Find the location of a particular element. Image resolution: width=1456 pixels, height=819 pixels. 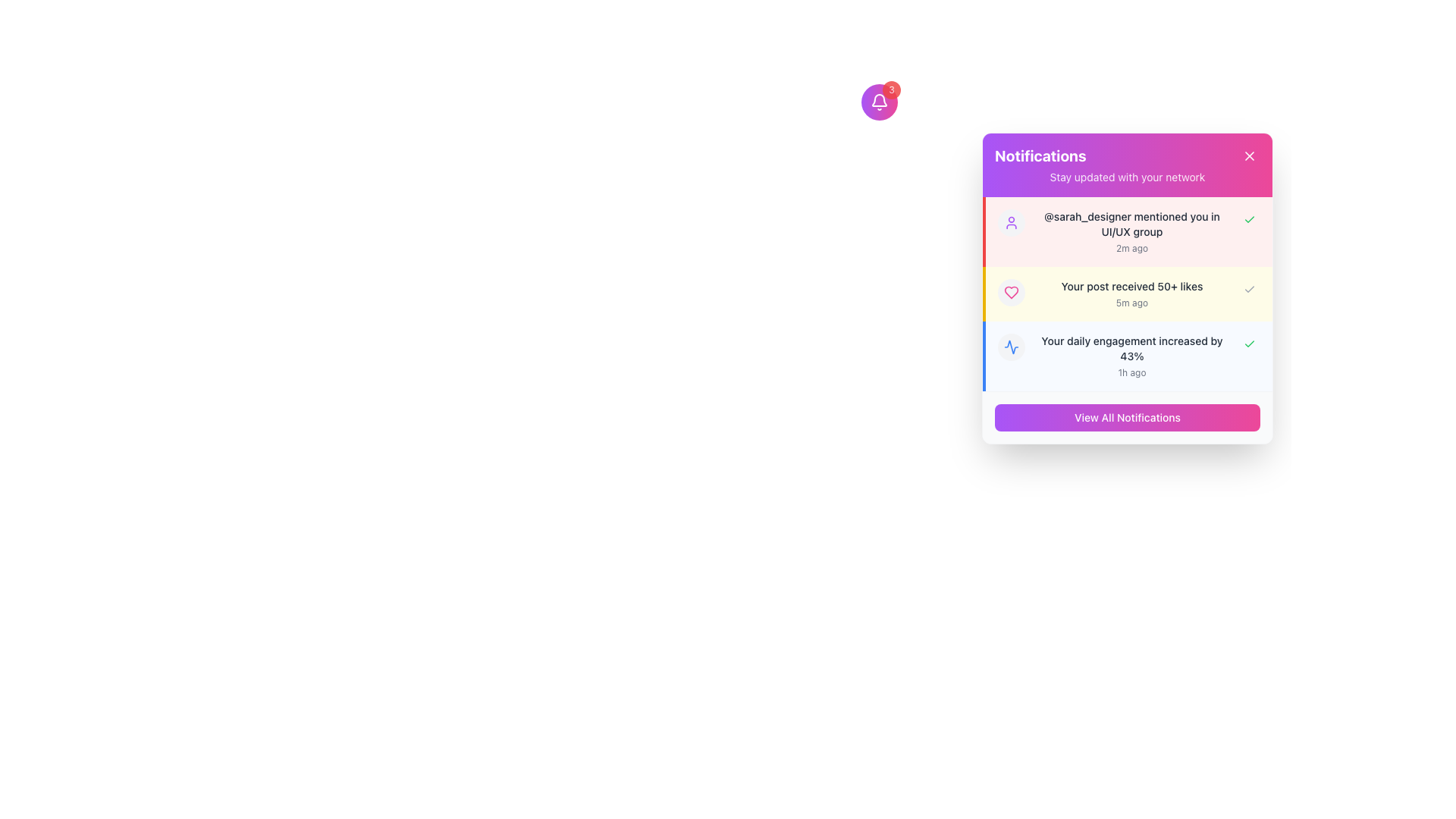

the button on the right side of the notification stating '@sarah_designer mentioned you in UI/UX group' to mark the notification as read is located at coordinates (1249, 219).